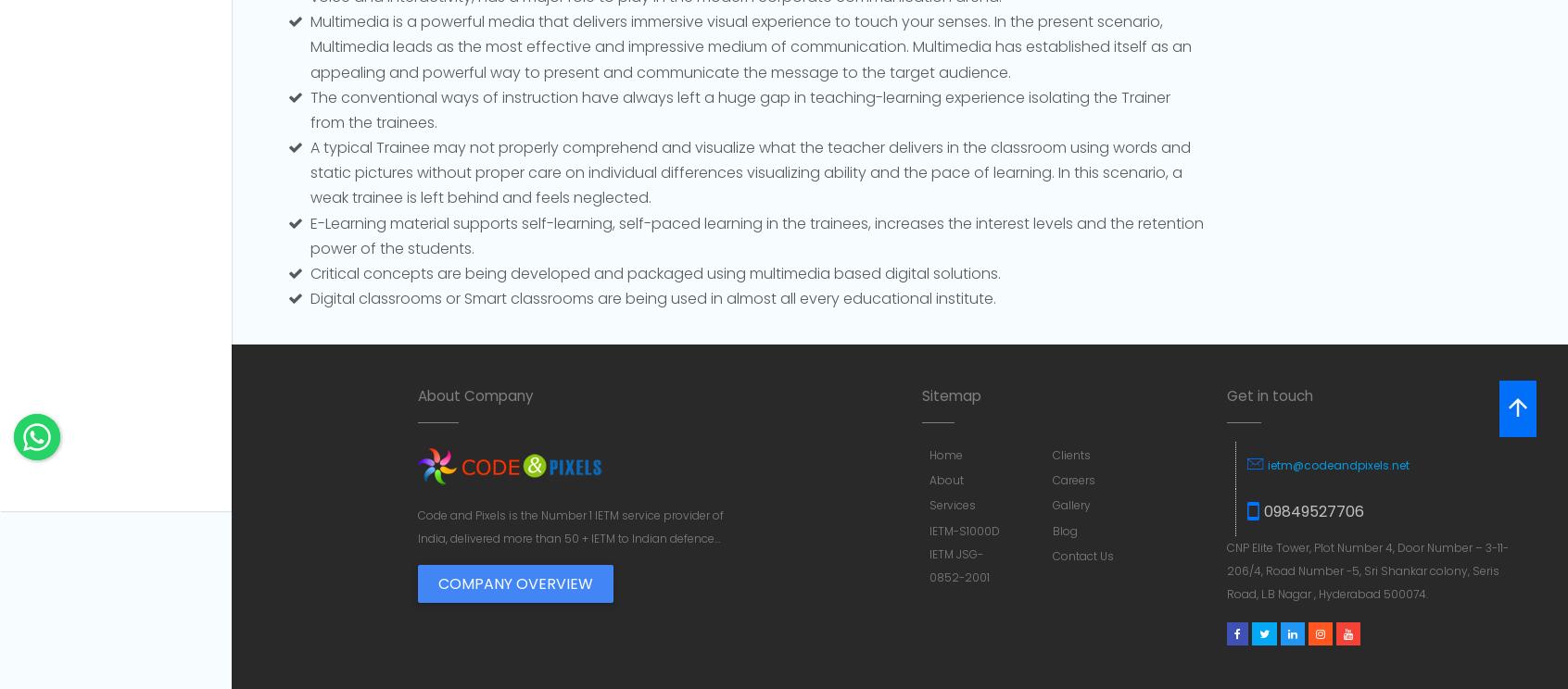 The image size is (1568, 689). I want to click on 'The conventional ways of instruction have always left a huge gap in teaching-learning experience isolating the Trainer from the trainees.', so click(310, 107).